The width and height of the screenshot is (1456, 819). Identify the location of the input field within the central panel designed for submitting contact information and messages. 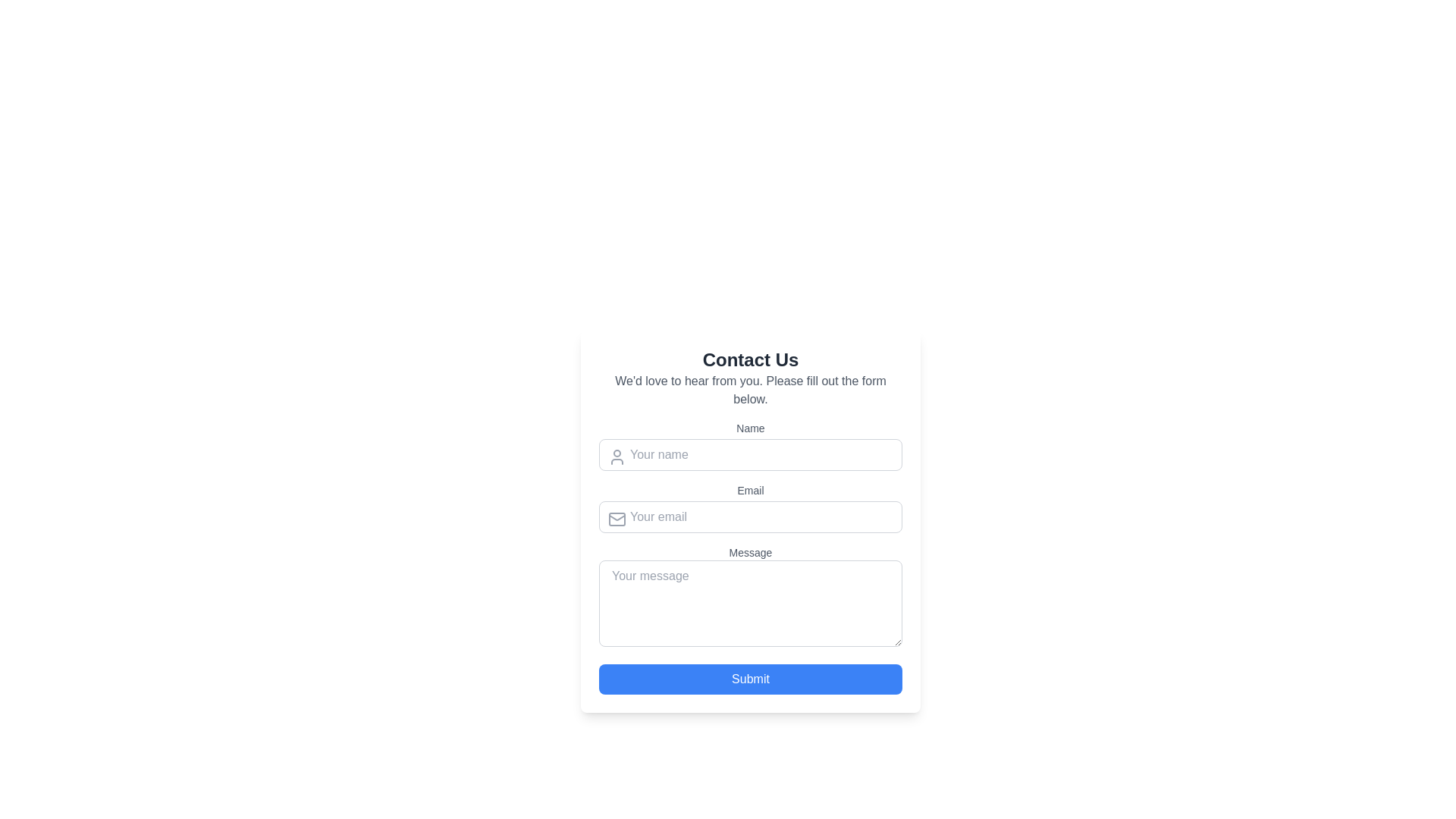
(750, 520).